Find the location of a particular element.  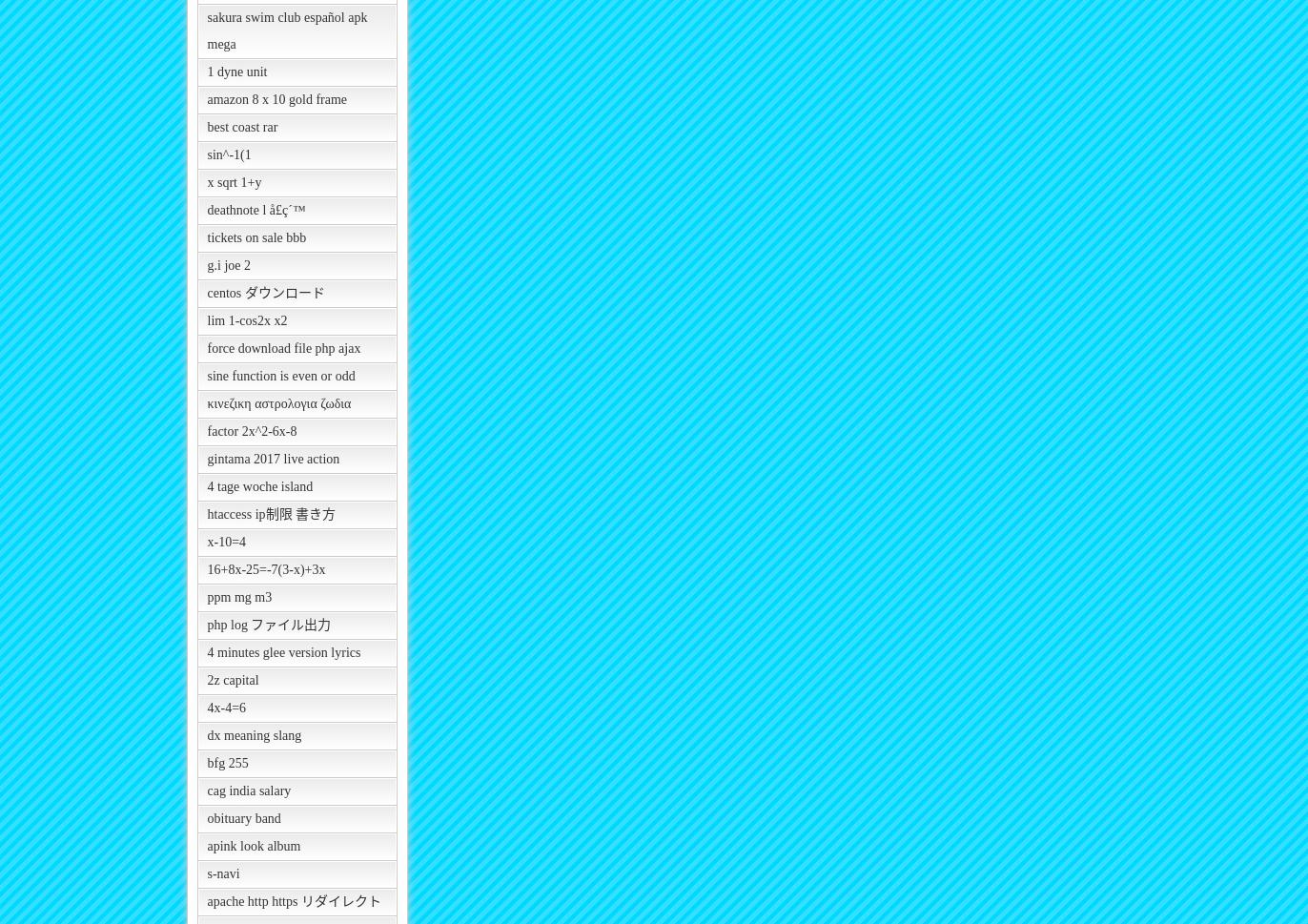

'bfg 255' is located at coordinates (227, 763).